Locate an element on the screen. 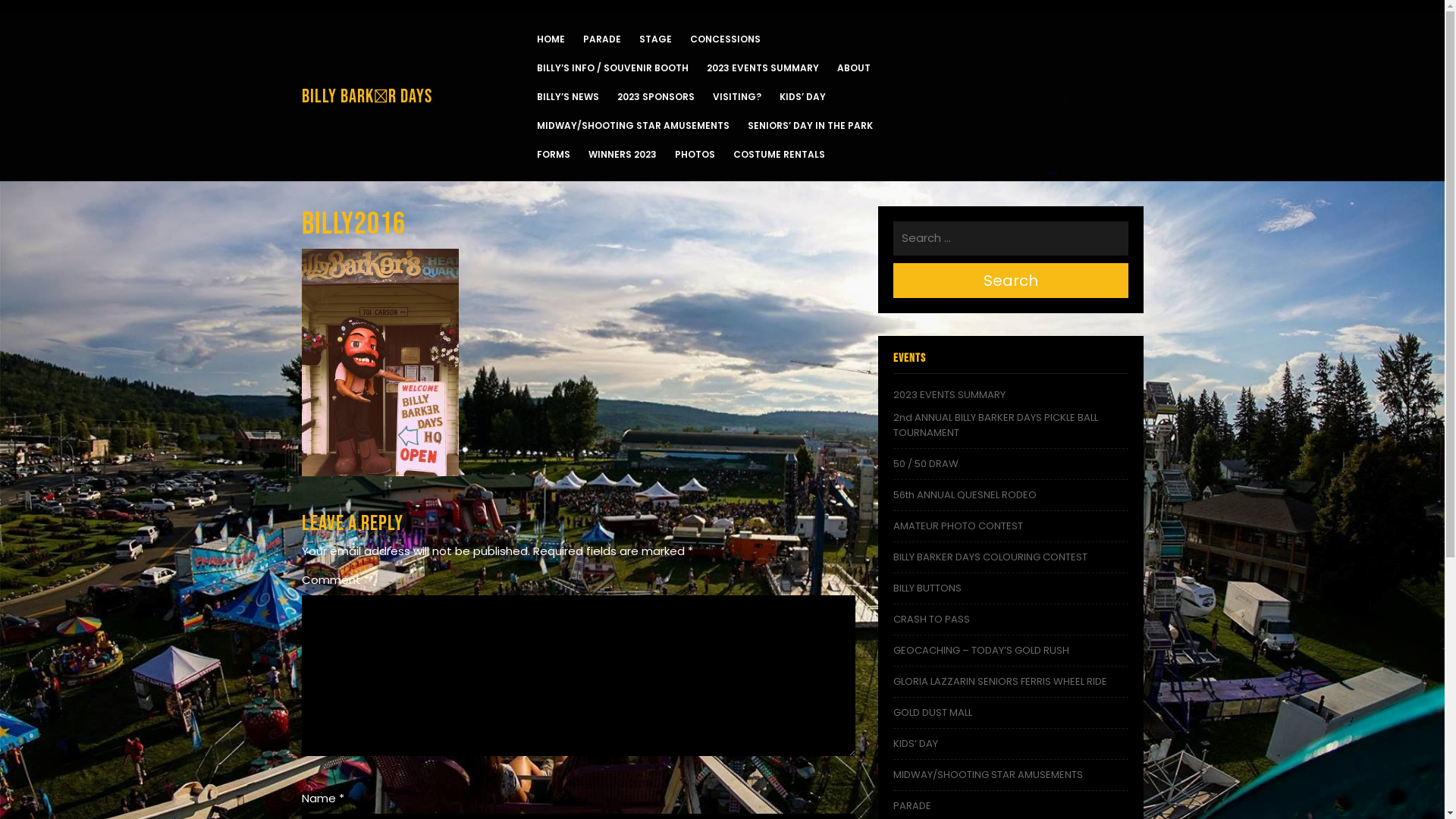 The image size is (1456, 819). 'VISITING?' is located at coordinates (736, 96).